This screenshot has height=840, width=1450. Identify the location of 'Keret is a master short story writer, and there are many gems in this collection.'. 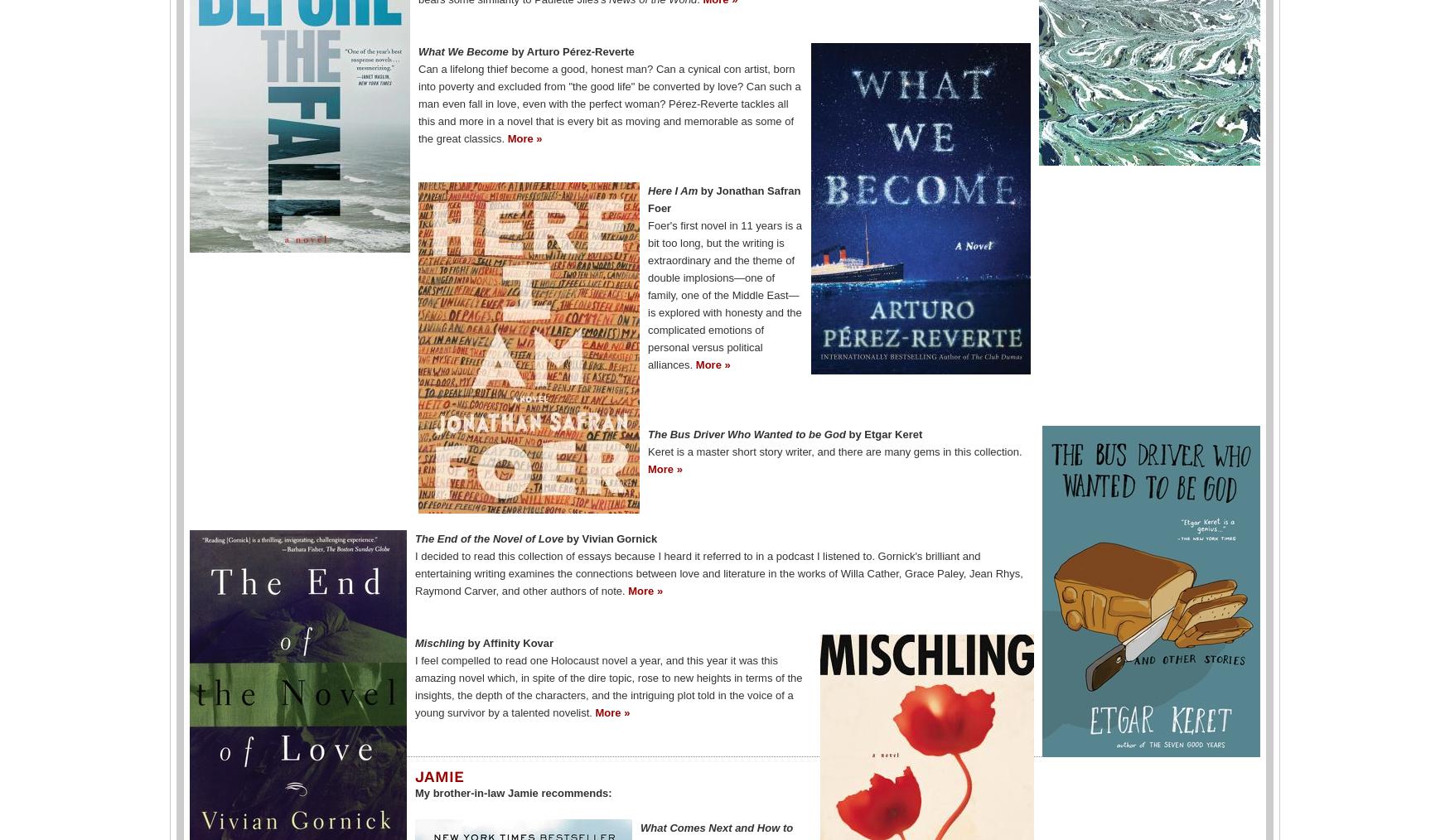
(834, 450).